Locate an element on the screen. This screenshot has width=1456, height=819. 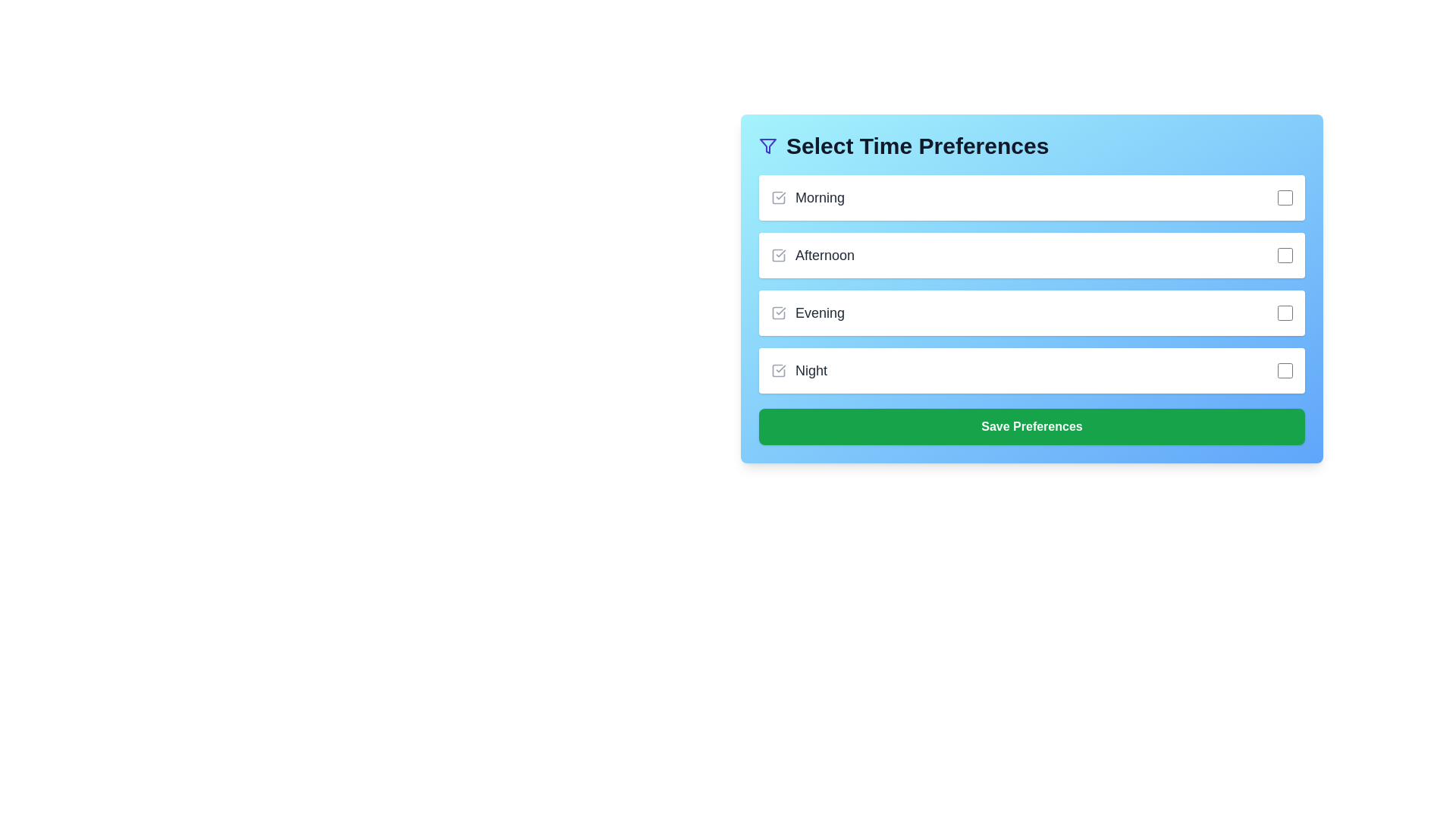
the text label that describes the time preference option, located adjacent to the checkbox in the topmost row of the settings menu titled 'Select Time Preferences.' is located at coordinates (819, 197).